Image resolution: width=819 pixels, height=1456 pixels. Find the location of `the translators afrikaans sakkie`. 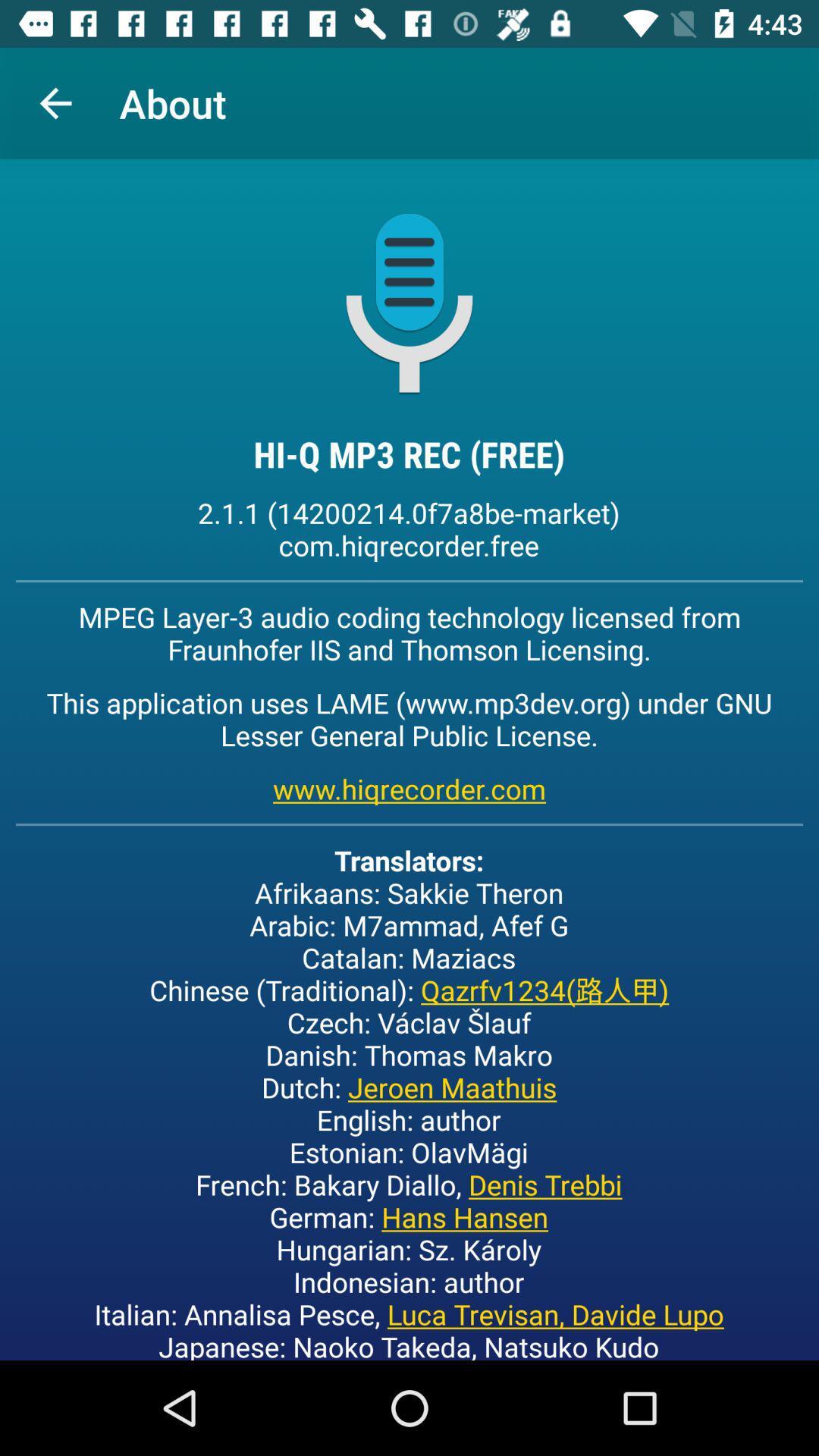

the translators afrikaans sakkie is located at coordinates (408, 1100).